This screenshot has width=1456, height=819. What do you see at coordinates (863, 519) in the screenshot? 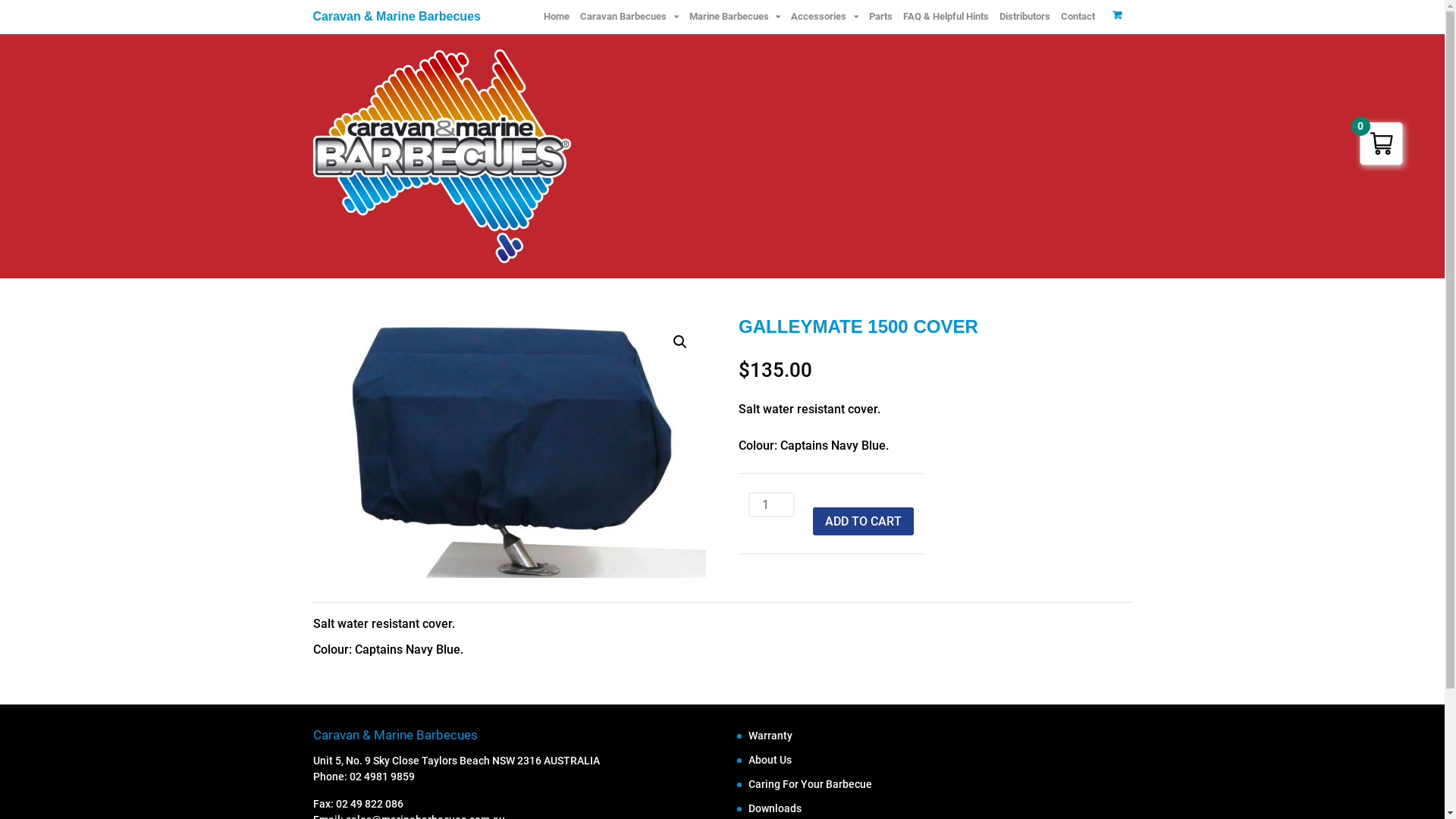
I see `'ADD TO CART'` at bounding box center [863, 519].